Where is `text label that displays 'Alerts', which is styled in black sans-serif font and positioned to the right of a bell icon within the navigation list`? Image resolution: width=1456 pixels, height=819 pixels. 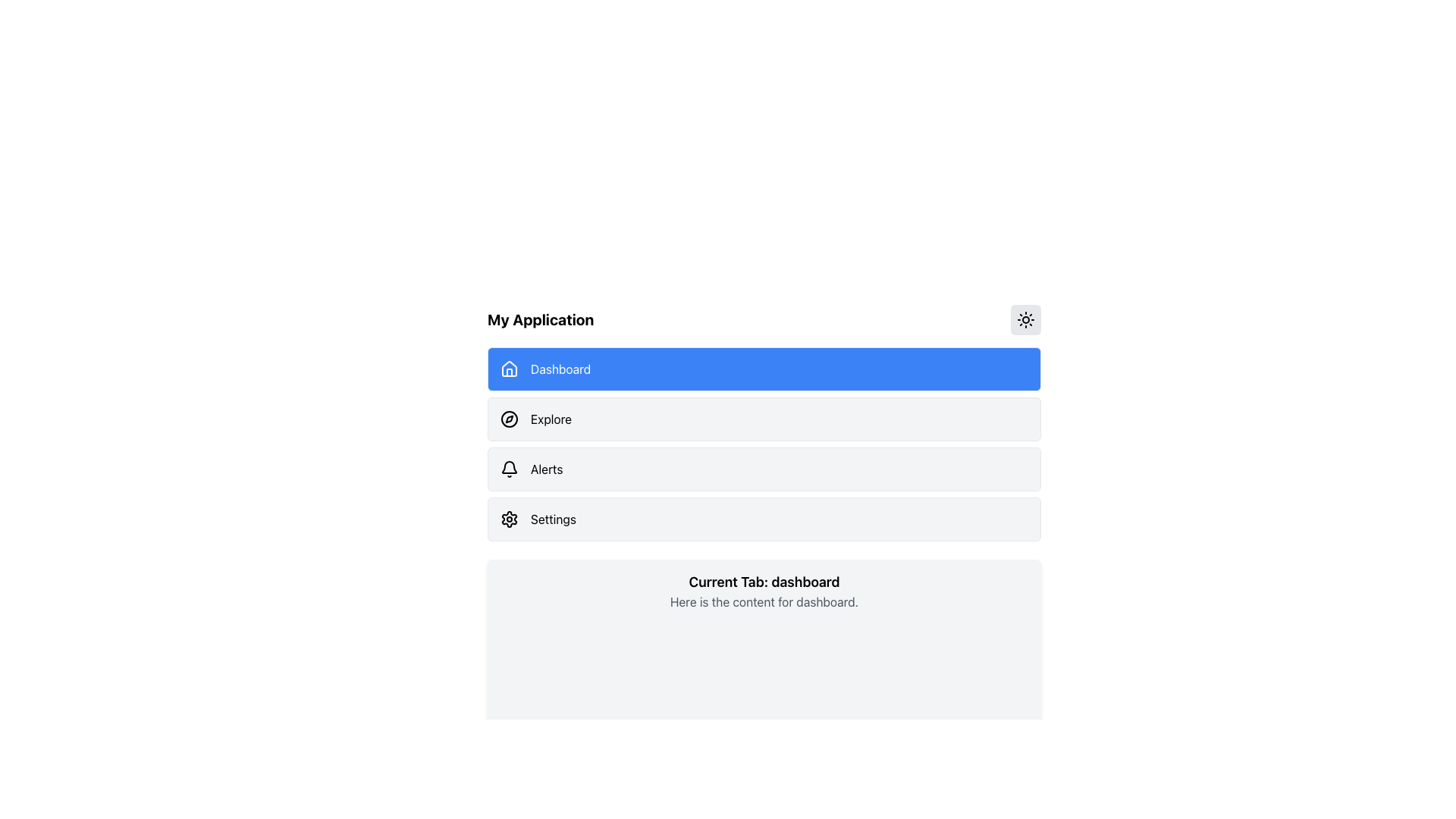 text label that displays 'Alerts', which is styled in black sans-serif font and positioned to the right of a bell icon within the navigation list is located at coordinates (546, 468).